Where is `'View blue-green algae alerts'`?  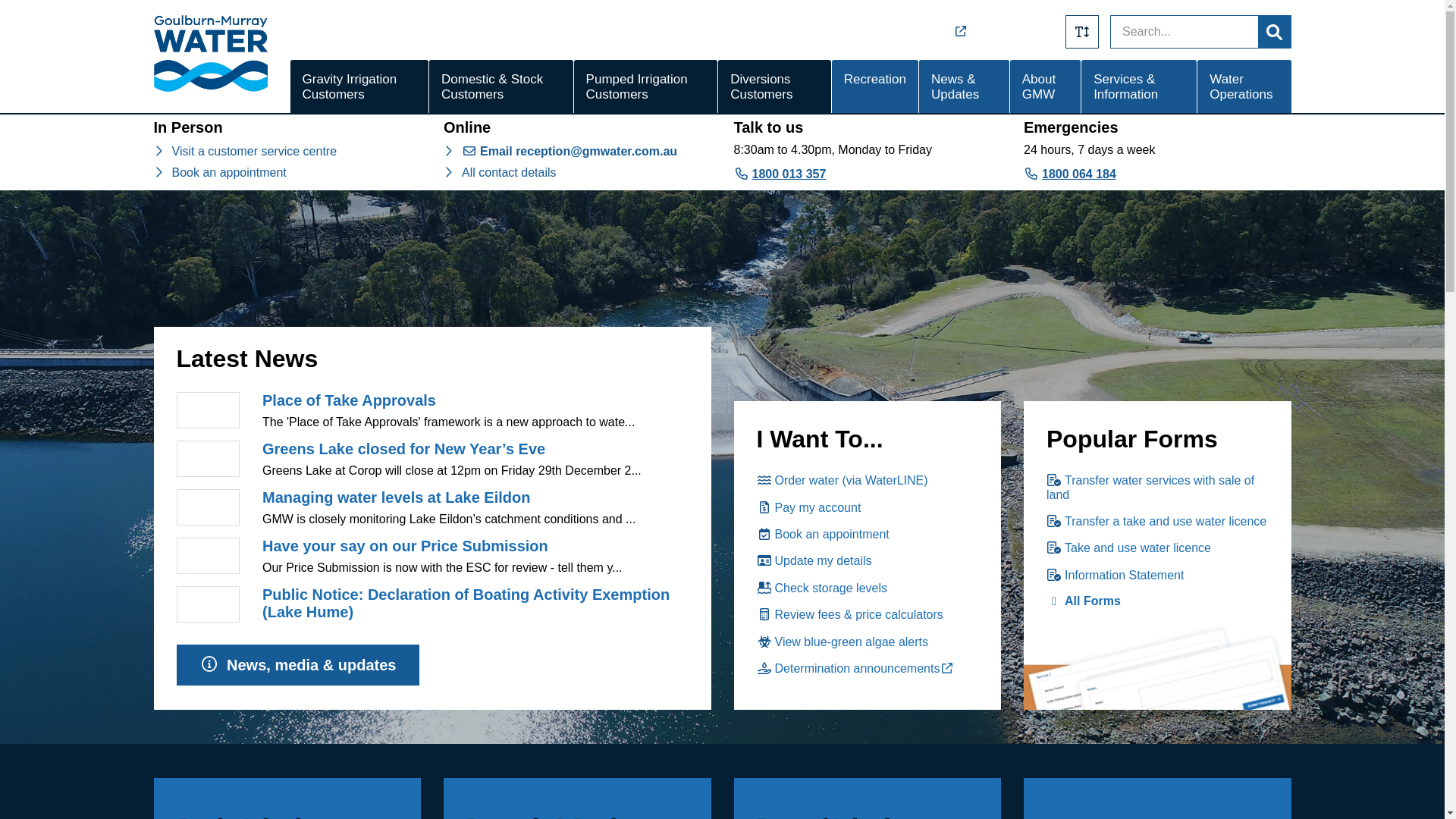 'View blue-green algae alerts' is located at coordinates (842, 642).